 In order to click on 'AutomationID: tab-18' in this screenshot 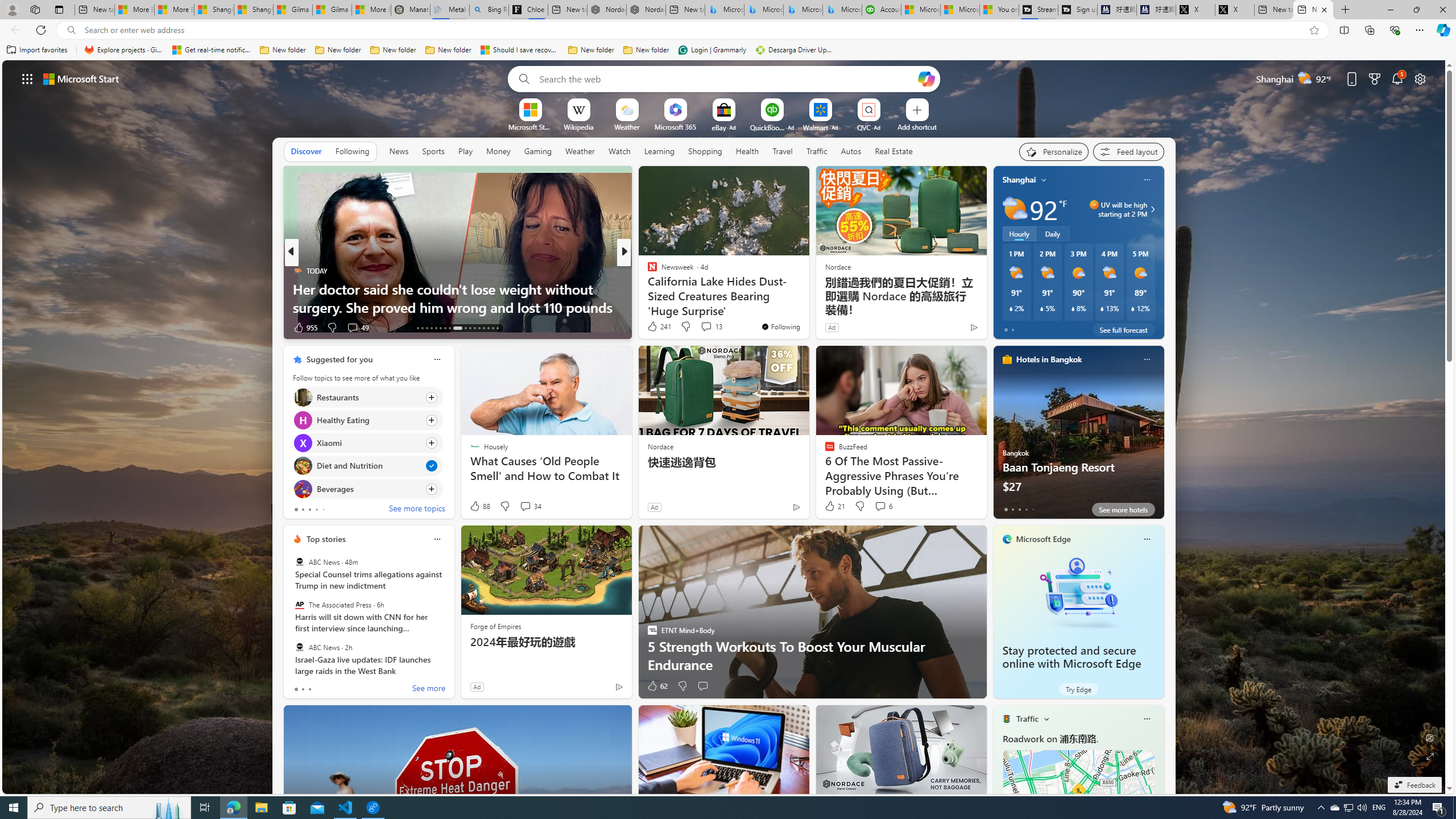, I will do `click(440, 328)`.